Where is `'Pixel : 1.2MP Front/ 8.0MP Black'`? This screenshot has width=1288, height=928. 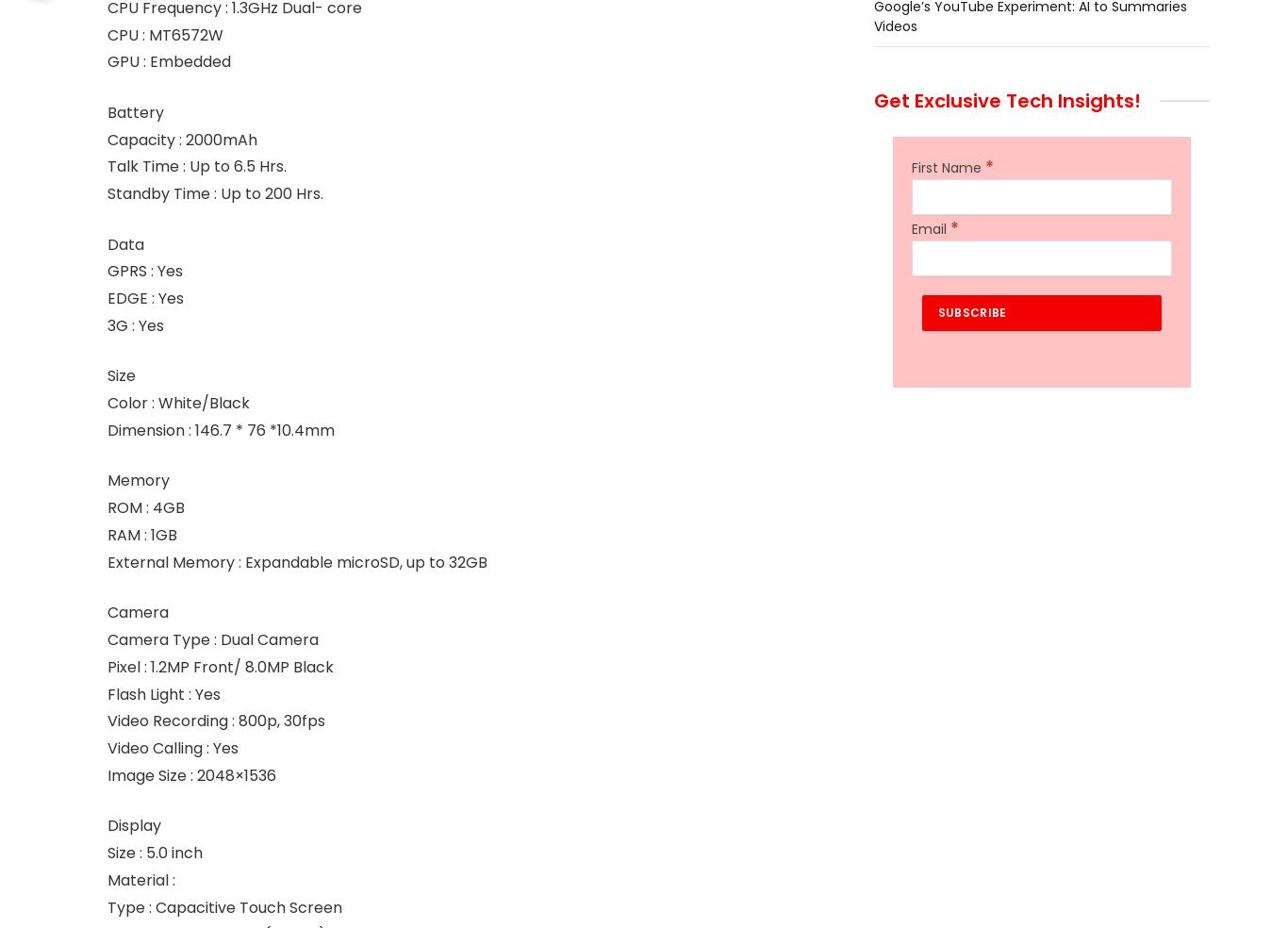 'Pixel : 1.2MP Front/ 8.0MP Black' is located at coordinates (220, 666).